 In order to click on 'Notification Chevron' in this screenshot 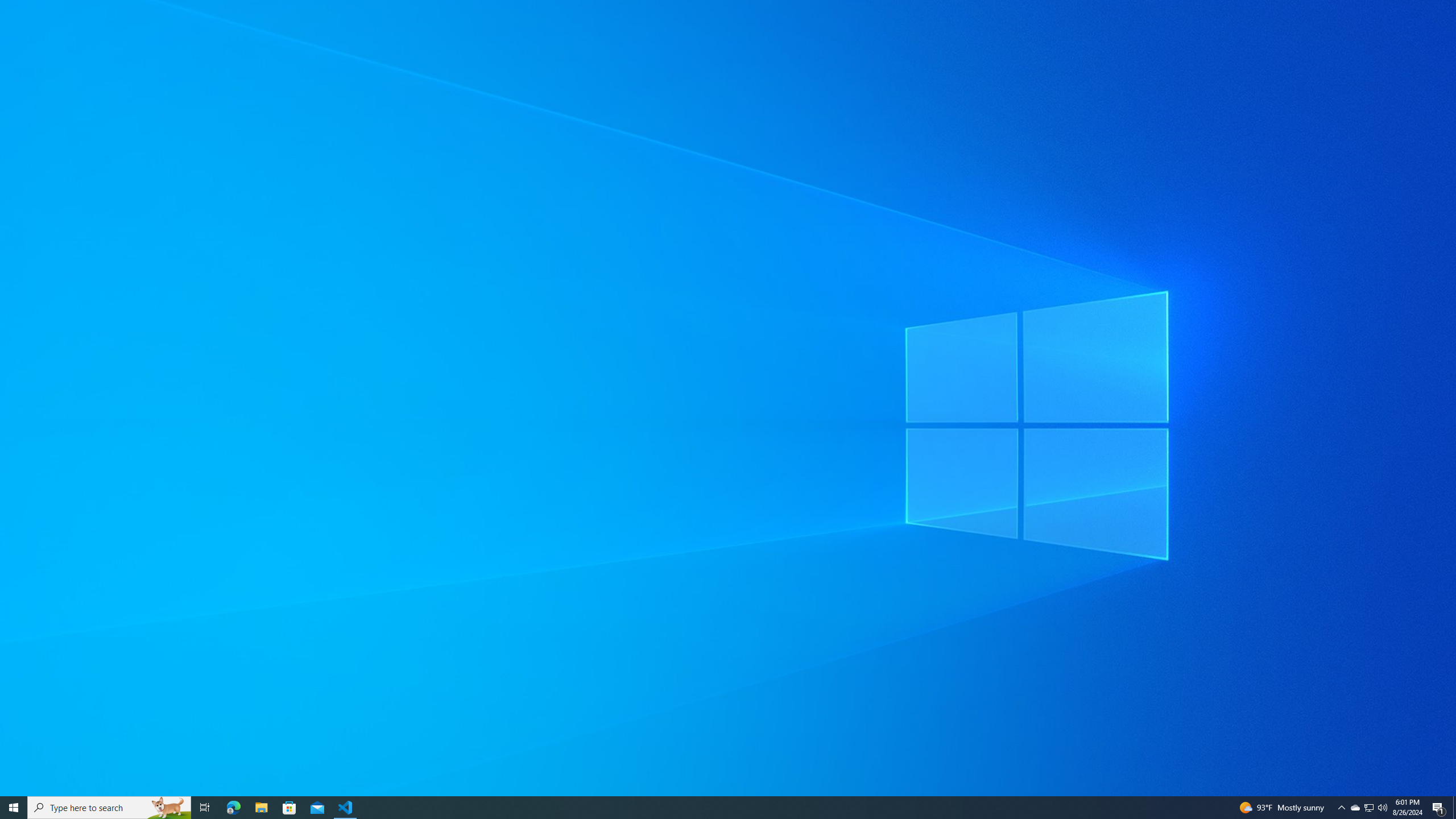, I will do `click(1355, 806)`.